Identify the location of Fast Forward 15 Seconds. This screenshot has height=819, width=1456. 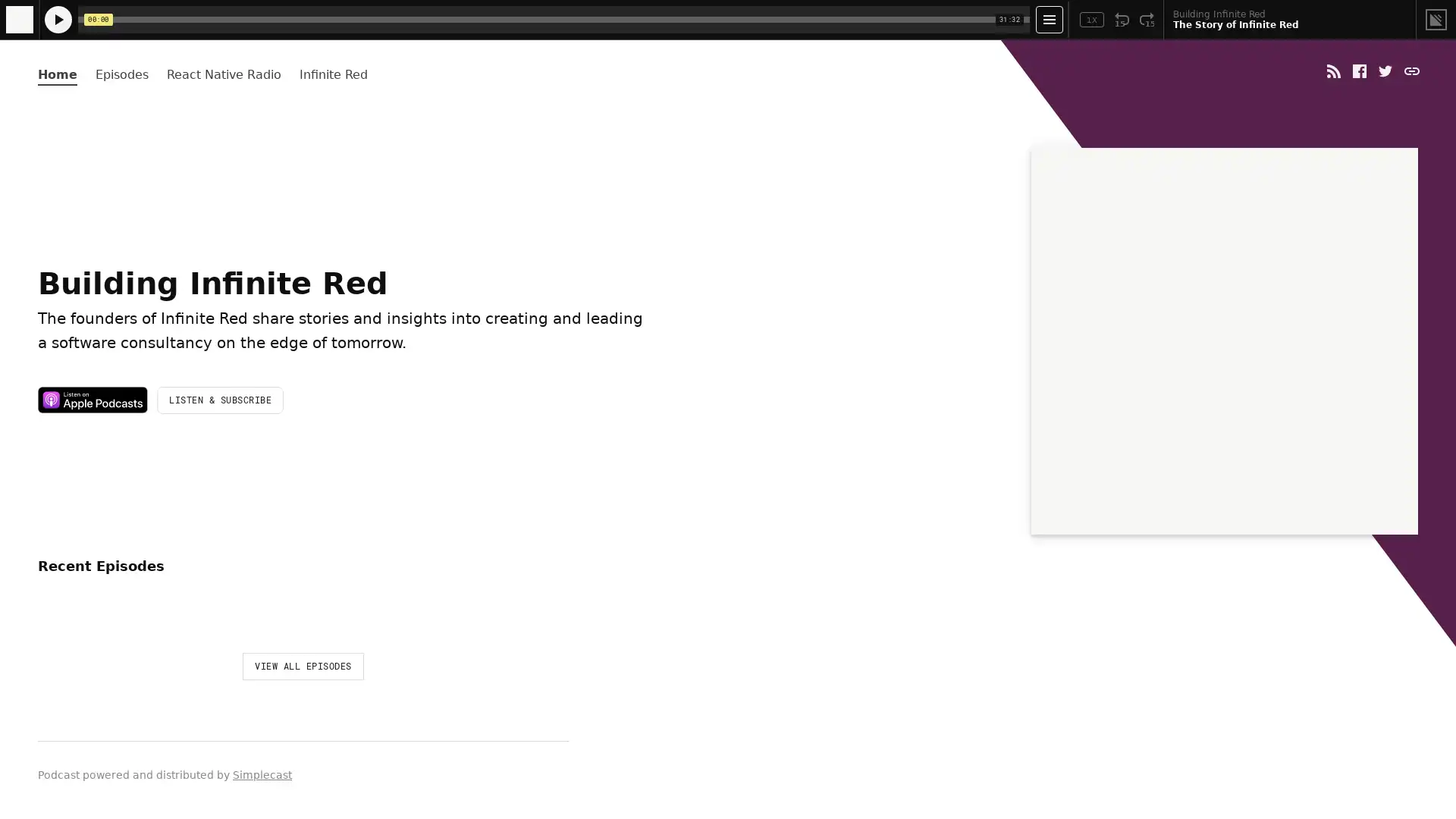
(1147, 20).